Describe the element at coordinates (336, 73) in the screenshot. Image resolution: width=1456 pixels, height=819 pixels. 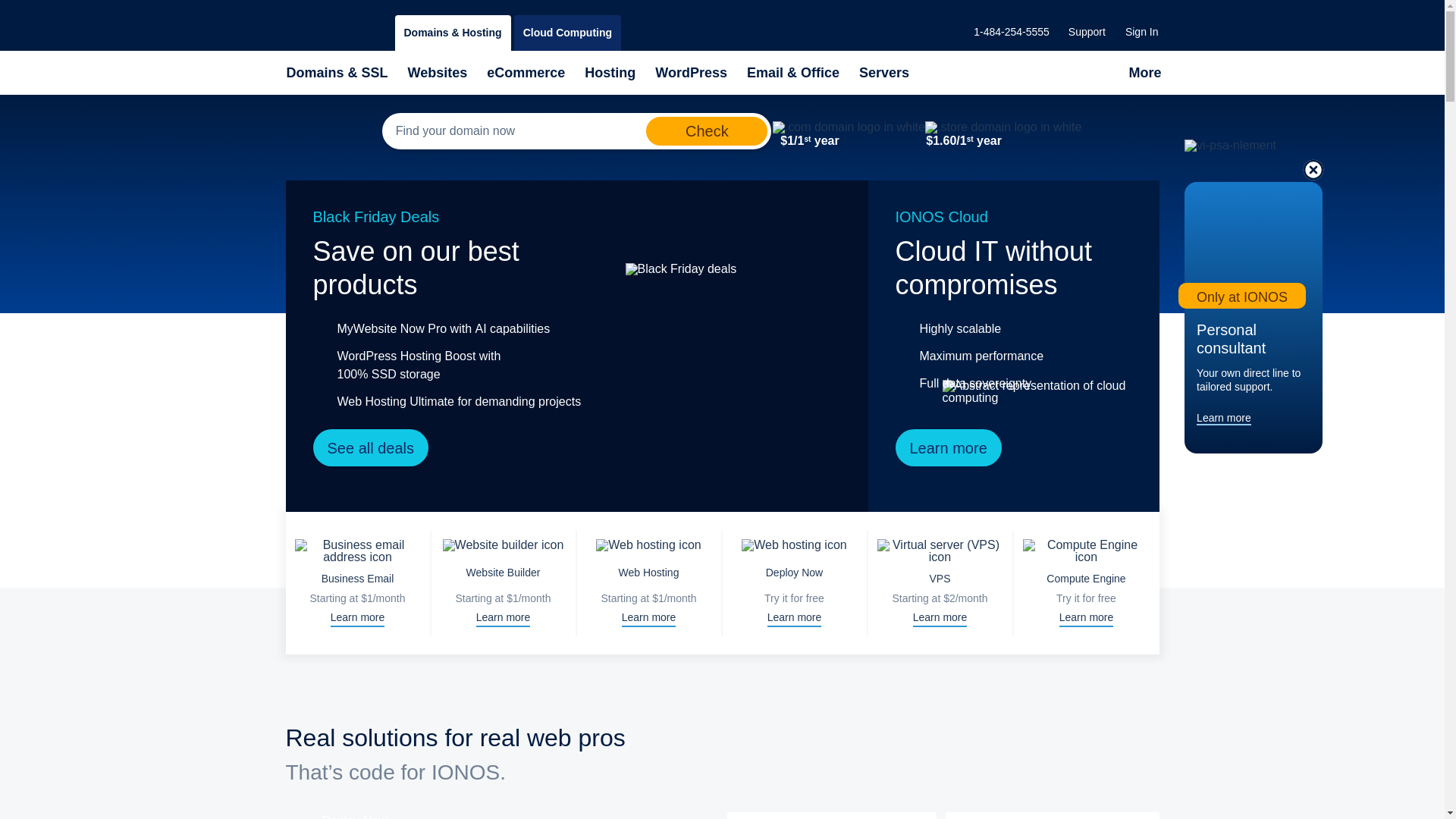
I see `'Domains & SSL'` at that location.